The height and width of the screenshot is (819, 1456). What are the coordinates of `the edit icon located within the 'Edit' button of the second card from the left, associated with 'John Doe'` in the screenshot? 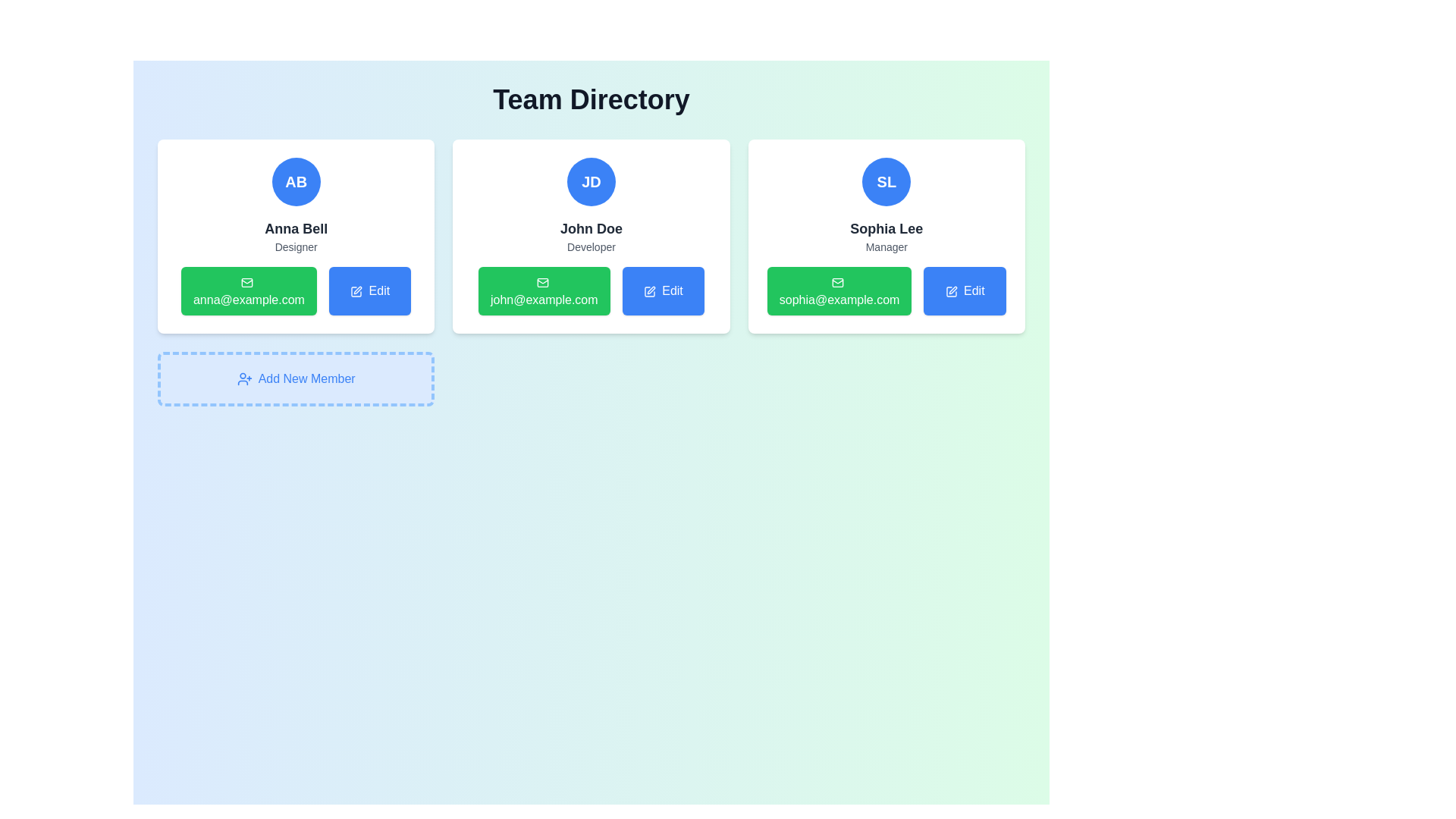 It's located at (649, 291).